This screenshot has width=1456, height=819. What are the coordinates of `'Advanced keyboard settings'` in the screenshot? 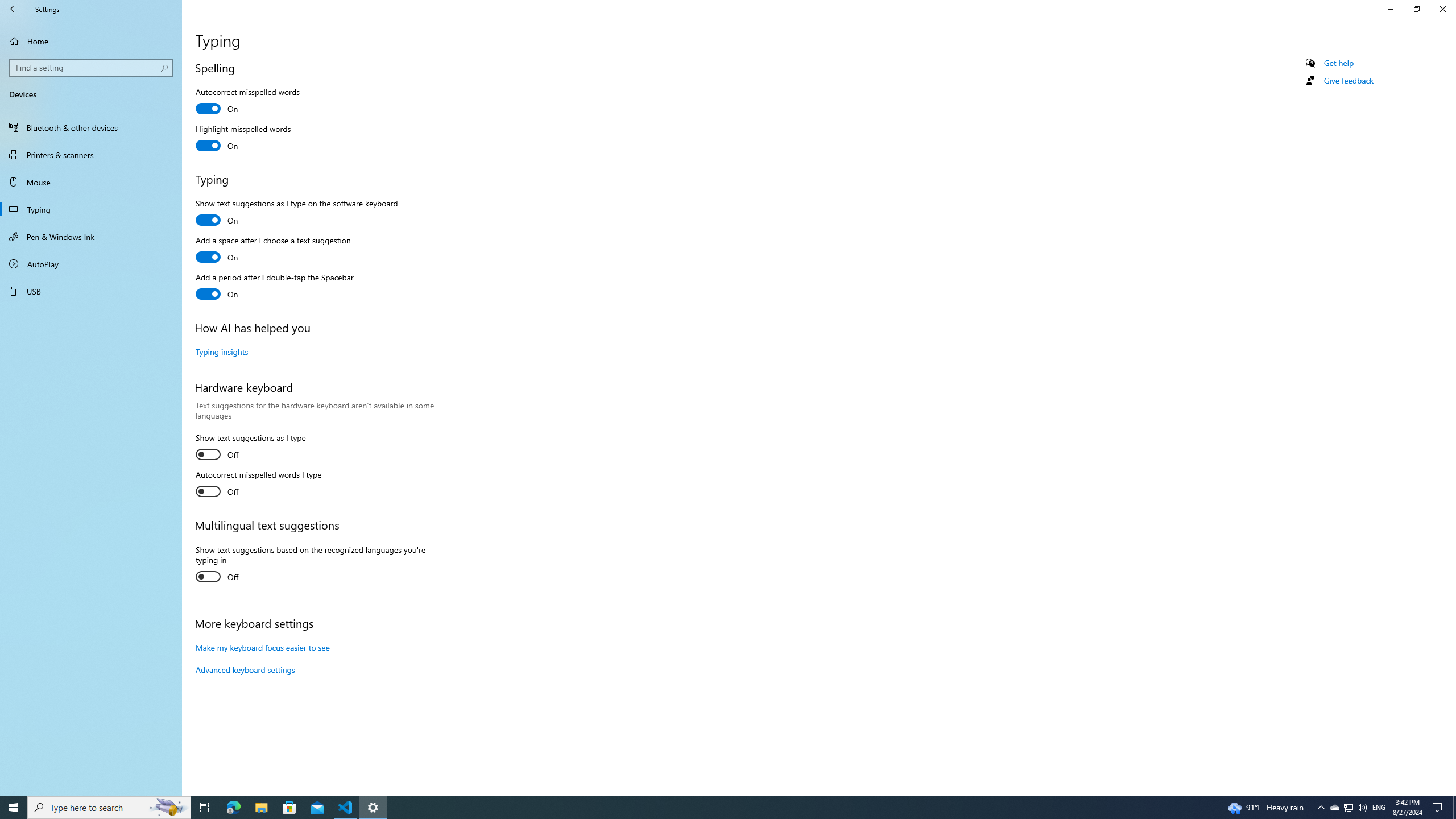 It's located at (245, 669).